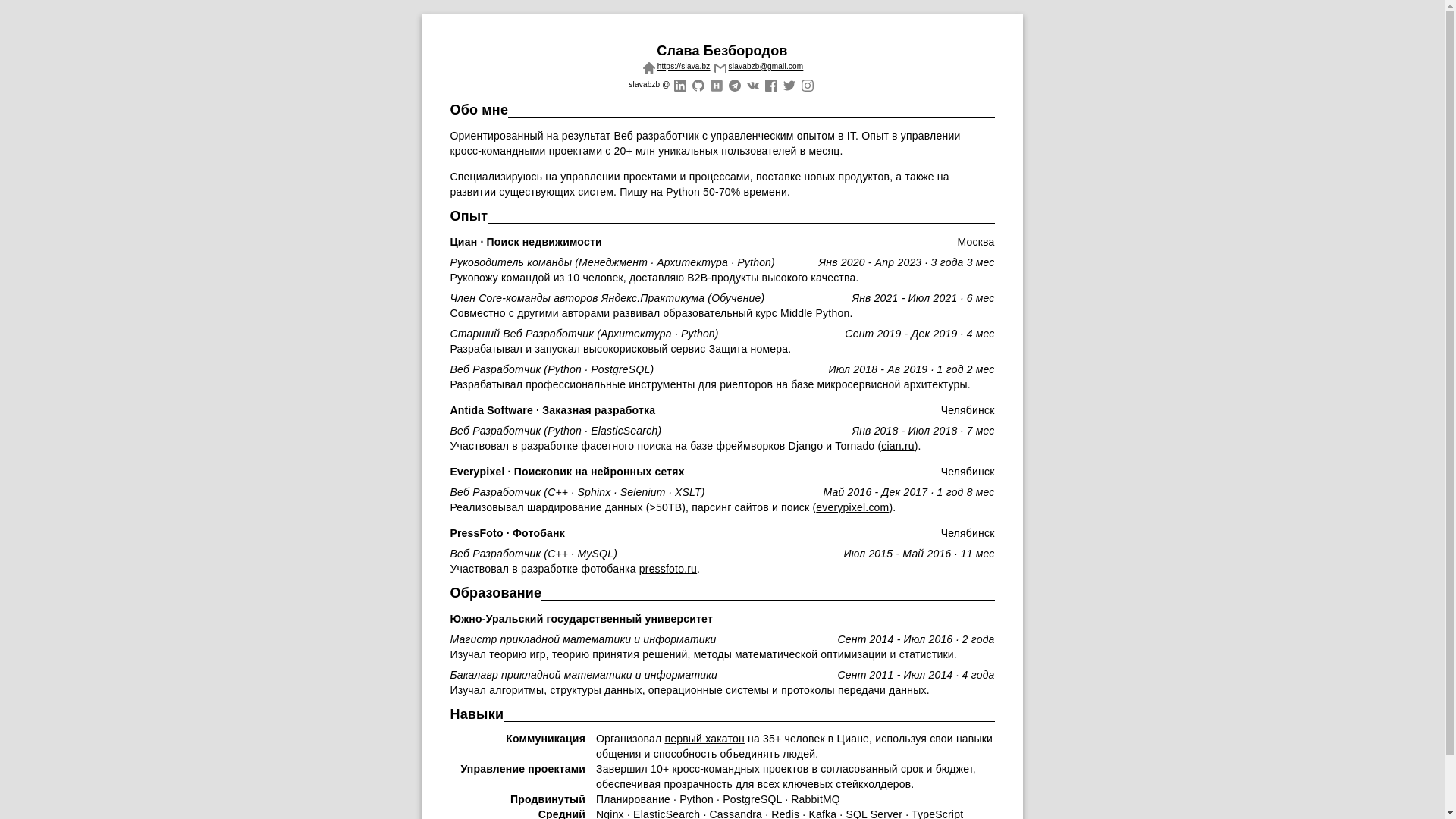 The height and width of the screenshot is (819, 1456). I want to click on 'slavabzb', so click(697, 83).